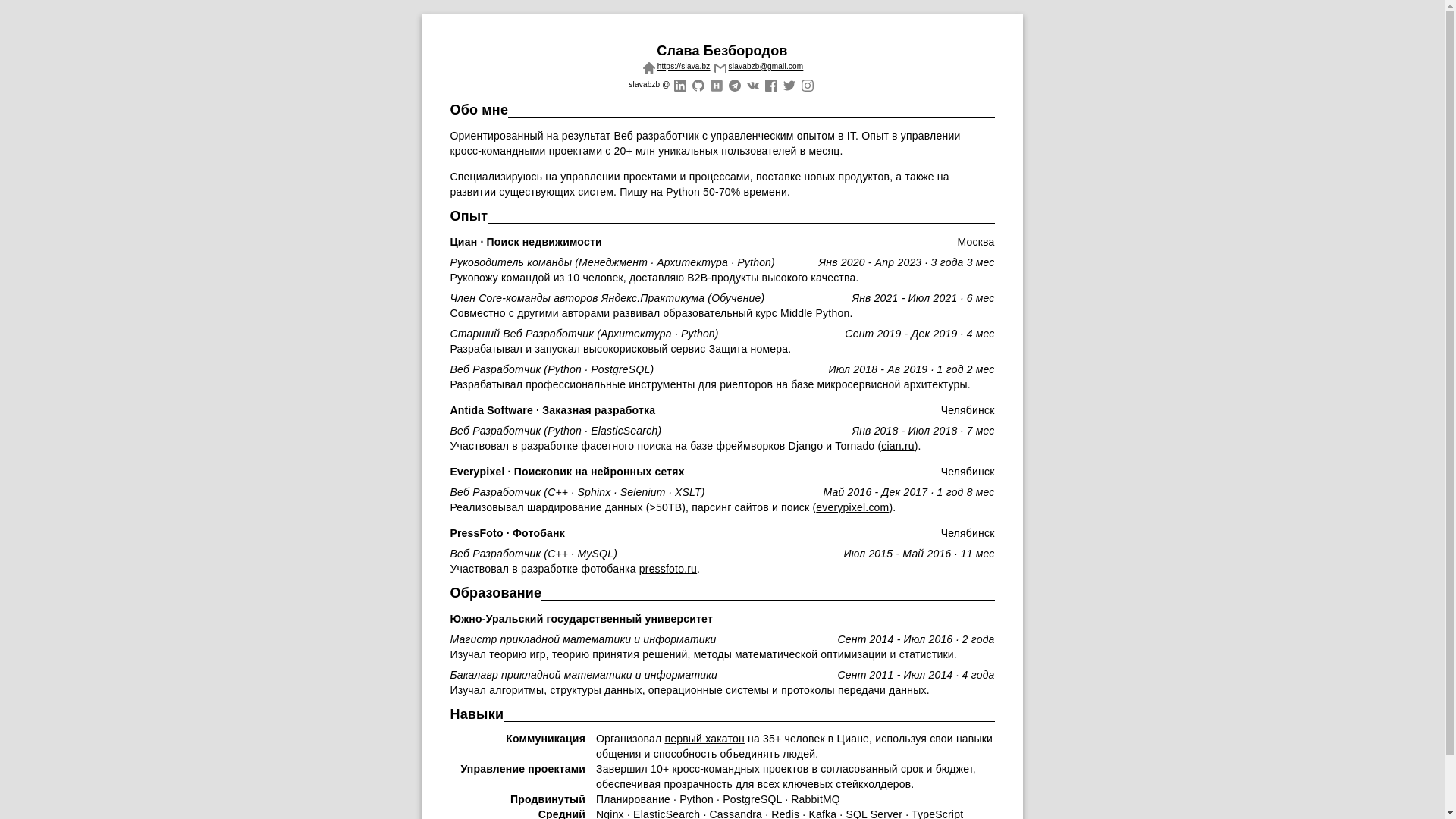 The height and width of the screenshot is (819, 1456). I want to click on 'slavabzb', so click(697, 83).